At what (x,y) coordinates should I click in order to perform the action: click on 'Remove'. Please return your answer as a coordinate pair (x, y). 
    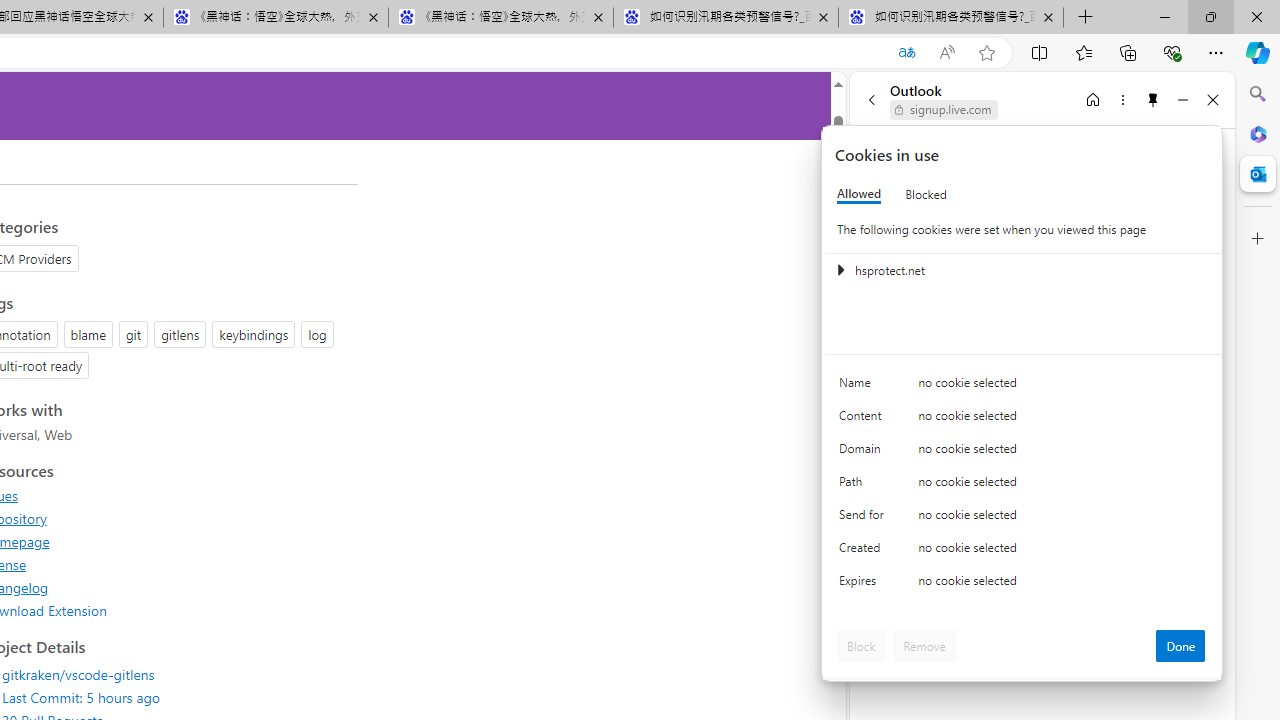
    Looking at the image, I should click on (923, 645).